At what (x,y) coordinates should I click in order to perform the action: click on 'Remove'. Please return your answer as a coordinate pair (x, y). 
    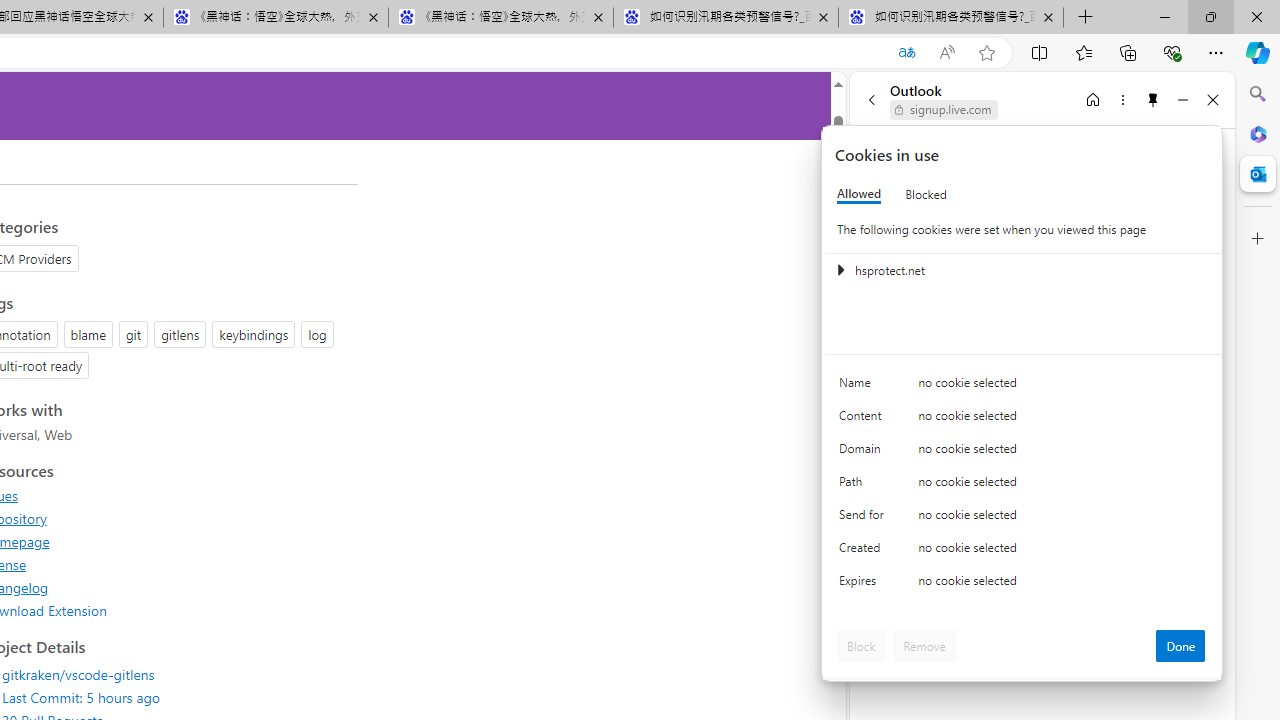
    Looking at the image, I should click on (923, 645).